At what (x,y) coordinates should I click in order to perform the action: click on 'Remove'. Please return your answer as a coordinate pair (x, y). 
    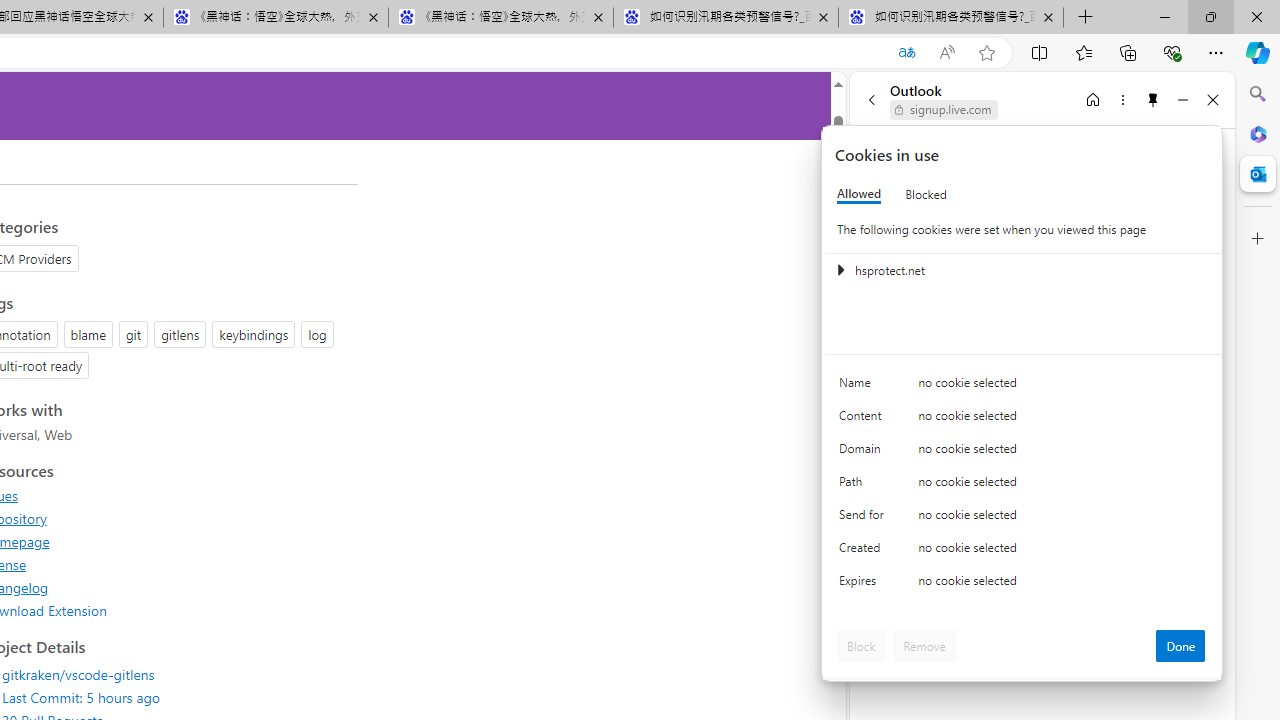
    Looking at the image, I should click on (923, 645).